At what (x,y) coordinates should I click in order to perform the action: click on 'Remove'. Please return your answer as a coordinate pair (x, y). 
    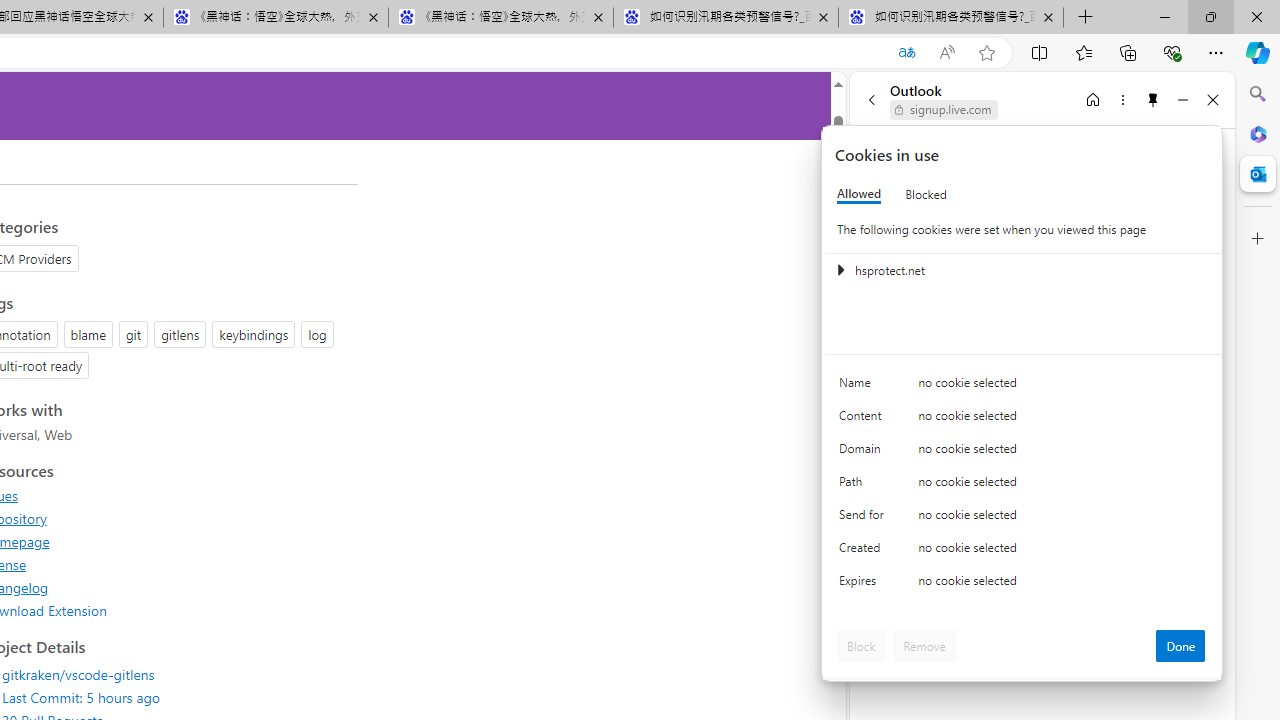
    Looking at the image, I should click on (923, 645).